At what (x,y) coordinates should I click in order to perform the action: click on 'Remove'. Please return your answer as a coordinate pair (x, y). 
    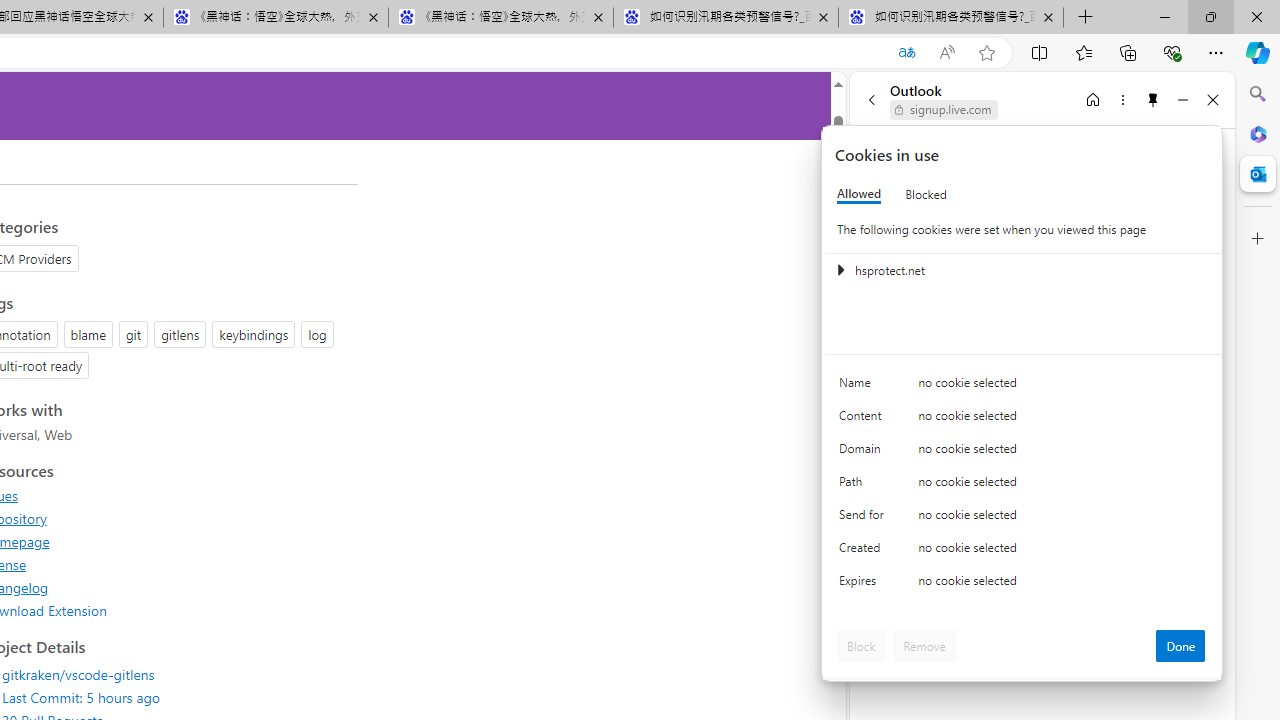
    Looking at the image, I should click on (923, 645).